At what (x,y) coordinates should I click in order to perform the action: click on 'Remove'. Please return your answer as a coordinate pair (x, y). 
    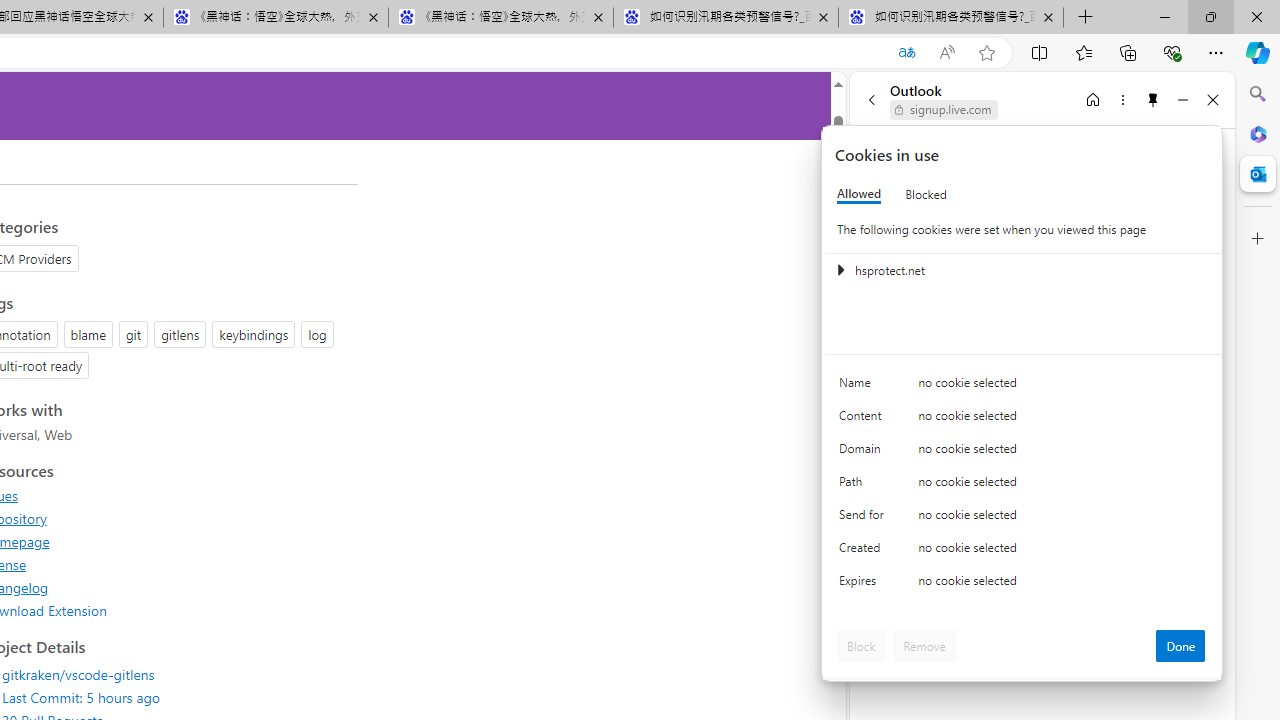
    Looking at the image, I should click on (923, 645).